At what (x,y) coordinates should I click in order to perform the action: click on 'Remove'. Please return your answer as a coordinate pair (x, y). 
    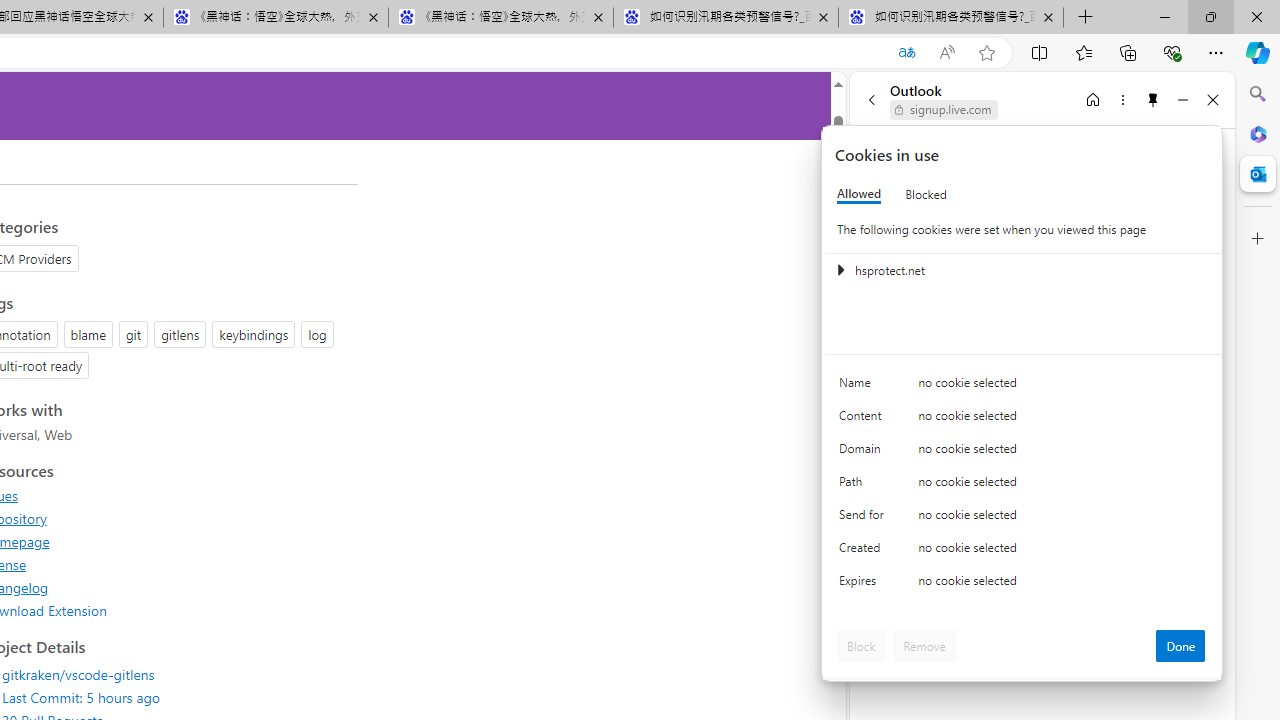
    Looking at the image, I should click on (923, 645).